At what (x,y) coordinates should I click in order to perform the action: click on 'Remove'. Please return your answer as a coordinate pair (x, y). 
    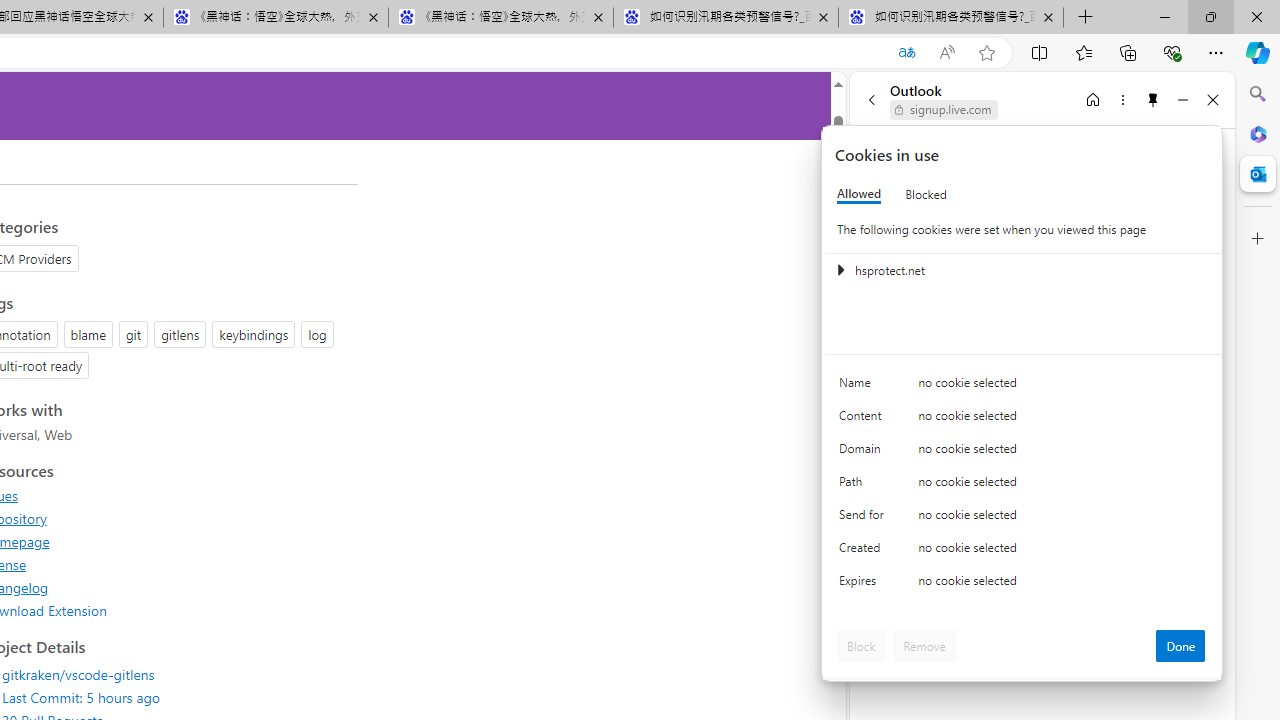
    Looking at the image, I should click on (923, 645).